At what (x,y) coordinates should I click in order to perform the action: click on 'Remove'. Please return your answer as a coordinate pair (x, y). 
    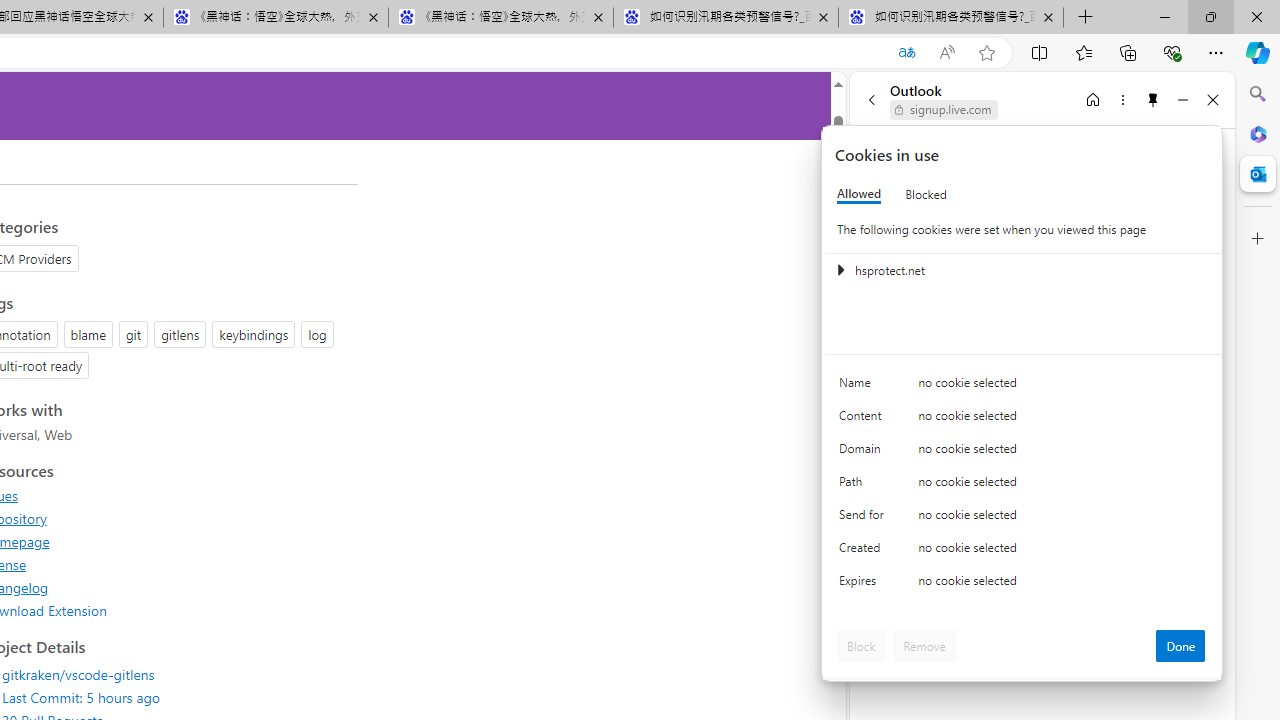
    Looking at the image, I should click on (923, 645).